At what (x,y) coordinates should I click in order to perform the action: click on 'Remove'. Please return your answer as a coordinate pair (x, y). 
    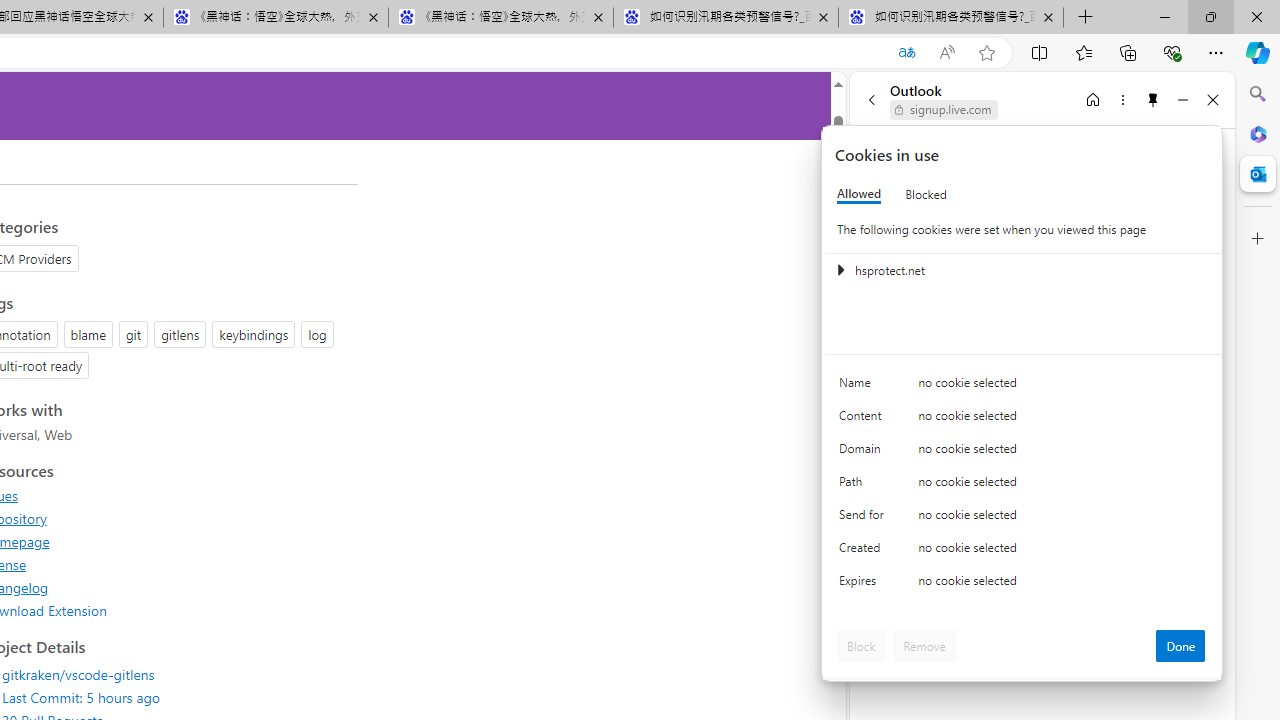
    Looking at the image, I should click on (923, 645).